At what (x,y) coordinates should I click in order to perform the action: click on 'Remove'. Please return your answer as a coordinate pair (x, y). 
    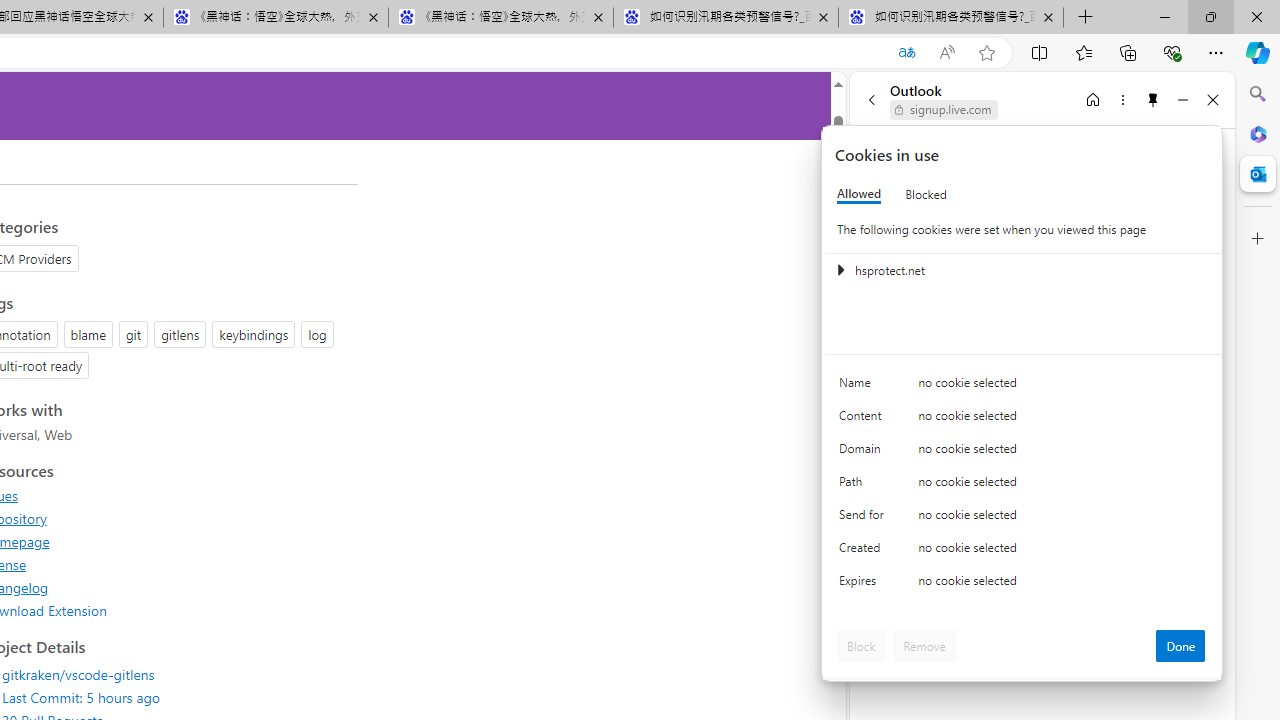
    Looking at the image, I should click on (923, 645).